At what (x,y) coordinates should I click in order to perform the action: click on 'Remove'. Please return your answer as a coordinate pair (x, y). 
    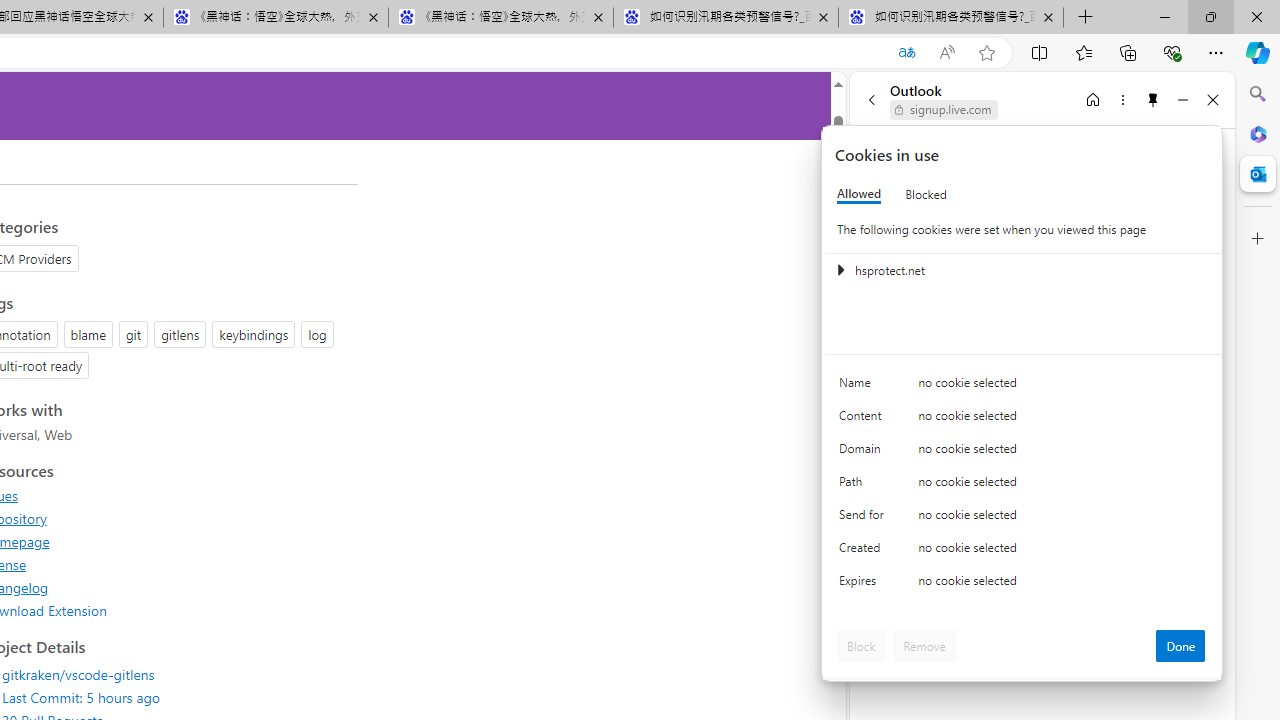
    Looking at the image, I should click on (923, 645).